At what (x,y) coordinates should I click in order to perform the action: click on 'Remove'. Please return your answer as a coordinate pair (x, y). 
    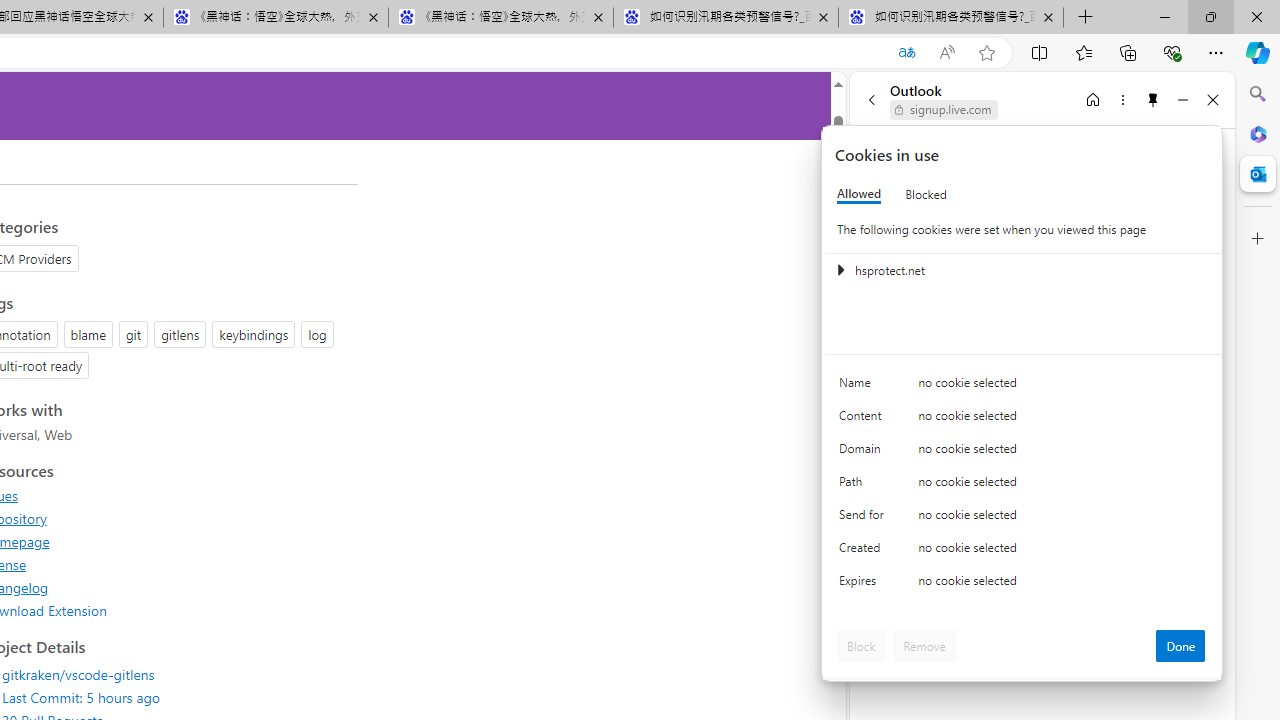
    Looking at the image, I should click on (923, 645).